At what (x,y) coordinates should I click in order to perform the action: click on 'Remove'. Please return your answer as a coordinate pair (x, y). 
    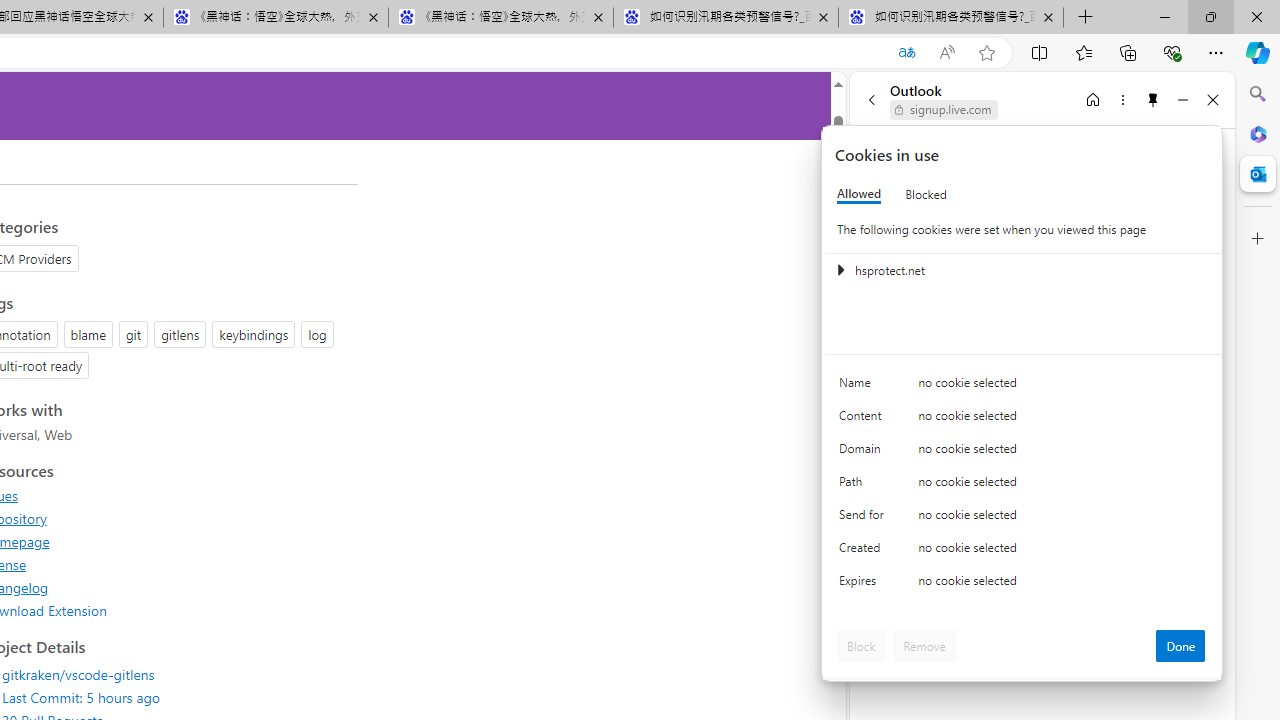
    Looking at the image, I should click on (923, 645).